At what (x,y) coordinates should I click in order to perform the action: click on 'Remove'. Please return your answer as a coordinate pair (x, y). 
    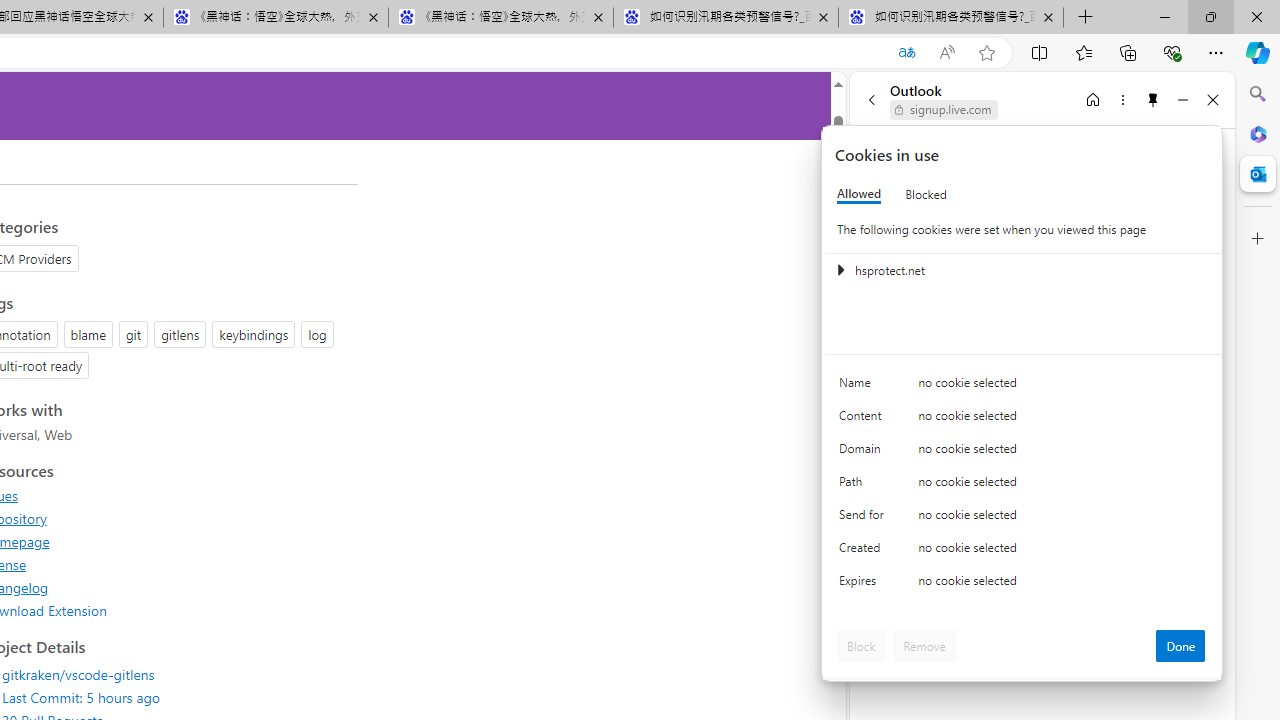
    Looking at the image, I should click on (923, 645).